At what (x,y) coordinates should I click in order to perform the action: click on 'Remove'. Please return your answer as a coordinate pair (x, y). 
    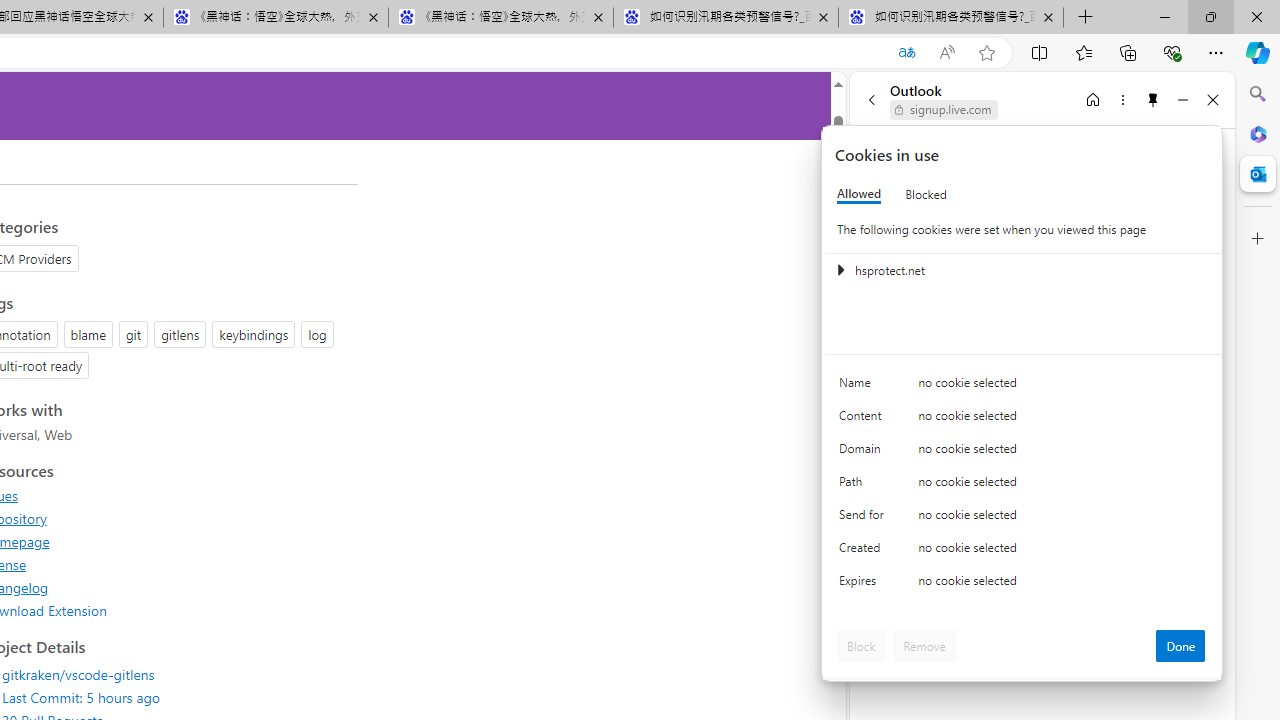
    Looking at the image, I should click on (923, 645).